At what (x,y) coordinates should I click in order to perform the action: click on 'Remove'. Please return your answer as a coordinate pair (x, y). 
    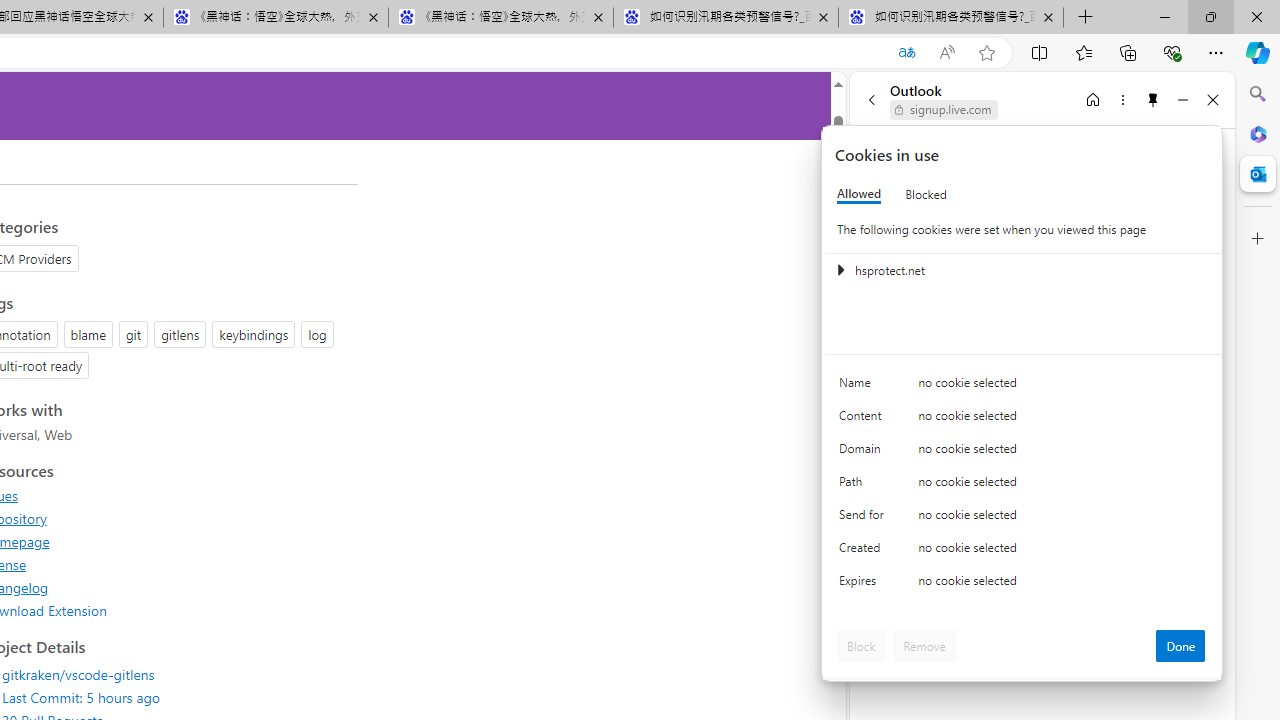
    Looking at the image, I should click on (923, 645).